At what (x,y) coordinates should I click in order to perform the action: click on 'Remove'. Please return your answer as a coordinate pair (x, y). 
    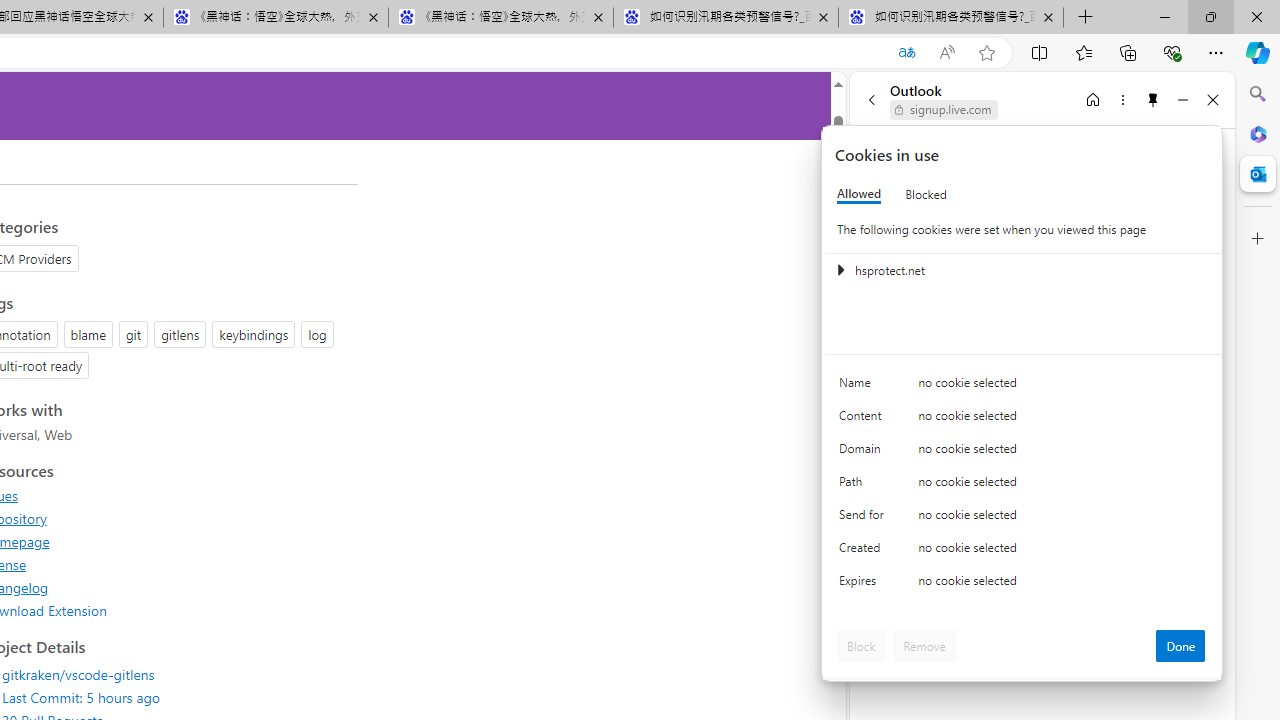
    Looking at the image, I should click on (923, 645).